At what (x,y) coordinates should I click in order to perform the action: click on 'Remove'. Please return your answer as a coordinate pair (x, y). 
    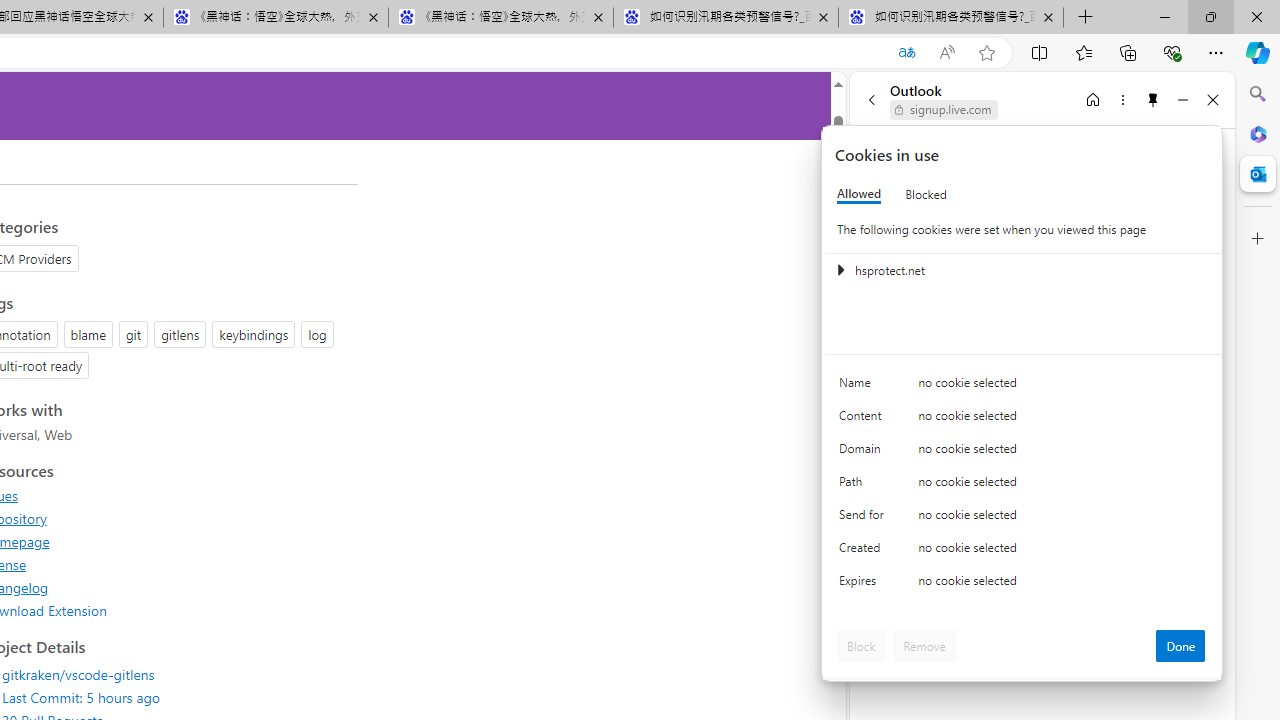
    Looking at the image, I should click on (923, 645).